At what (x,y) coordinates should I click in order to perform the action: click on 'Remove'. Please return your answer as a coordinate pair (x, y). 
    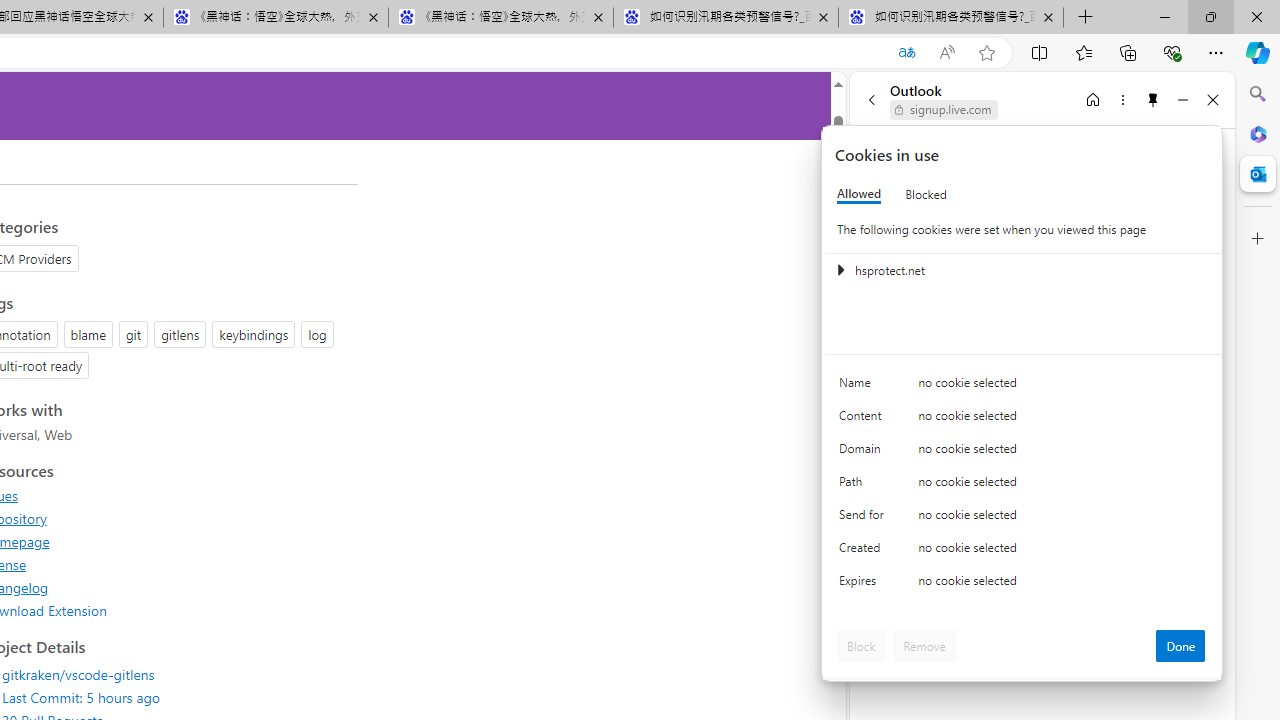
    Looking at the image, I should click on (923, 645).